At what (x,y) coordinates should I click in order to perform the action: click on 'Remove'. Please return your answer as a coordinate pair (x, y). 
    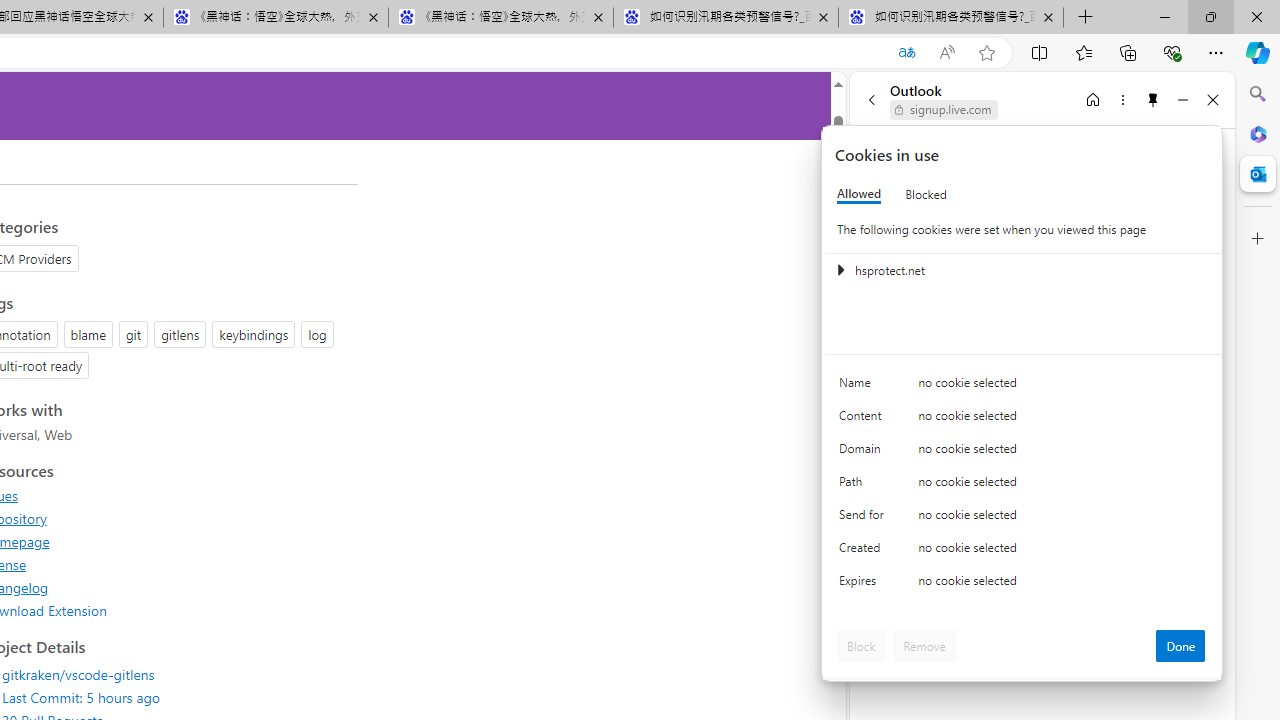
    Looking at the image, I should click on (923, 645).